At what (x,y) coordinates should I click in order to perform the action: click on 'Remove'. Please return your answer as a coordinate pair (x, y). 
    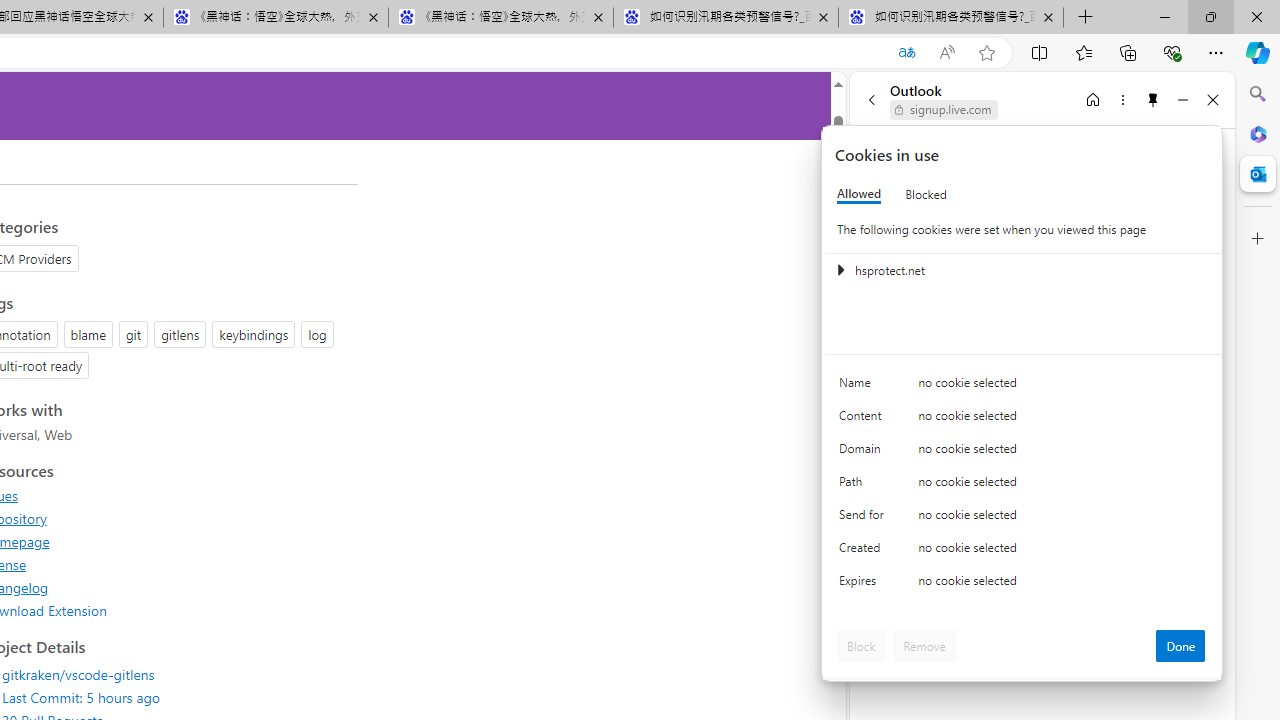
    Looking at the image, I should click on (923, 645).